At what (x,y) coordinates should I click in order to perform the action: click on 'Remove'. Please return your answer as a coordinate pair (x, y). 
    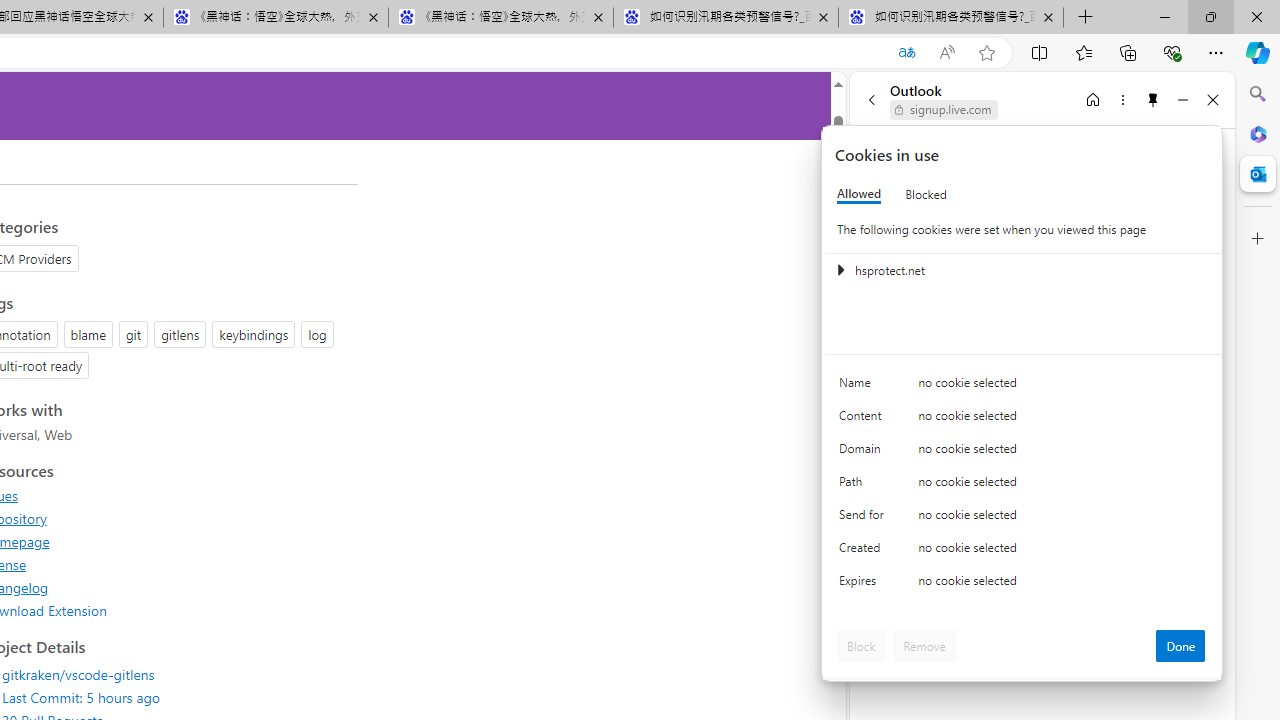
    Looking at the image, I should click on (923, 645).